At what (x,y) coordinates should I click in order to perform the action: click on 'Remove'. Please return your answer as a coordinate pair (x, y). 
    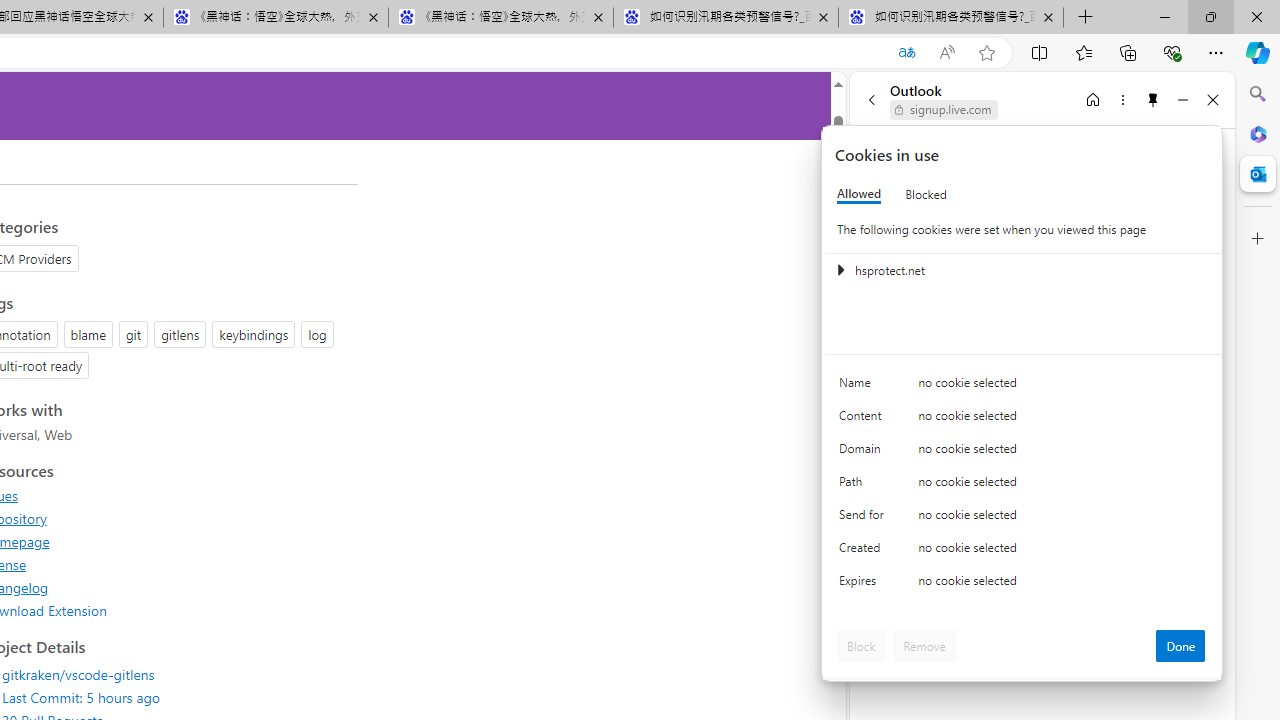
    Looking at the image, I should click on (923, 645).